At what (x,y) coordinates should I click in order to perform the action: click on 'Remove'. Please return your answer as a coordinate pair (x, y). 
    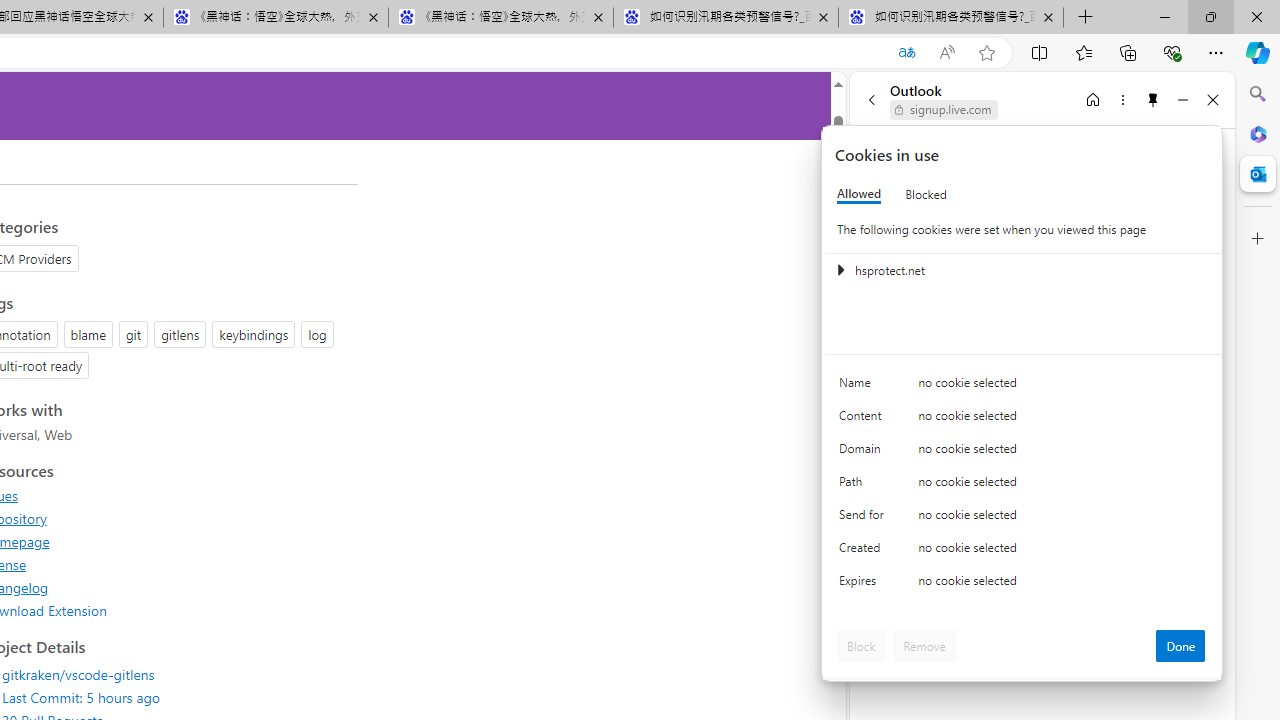
    Looking at the image, I should click on (923, 645).